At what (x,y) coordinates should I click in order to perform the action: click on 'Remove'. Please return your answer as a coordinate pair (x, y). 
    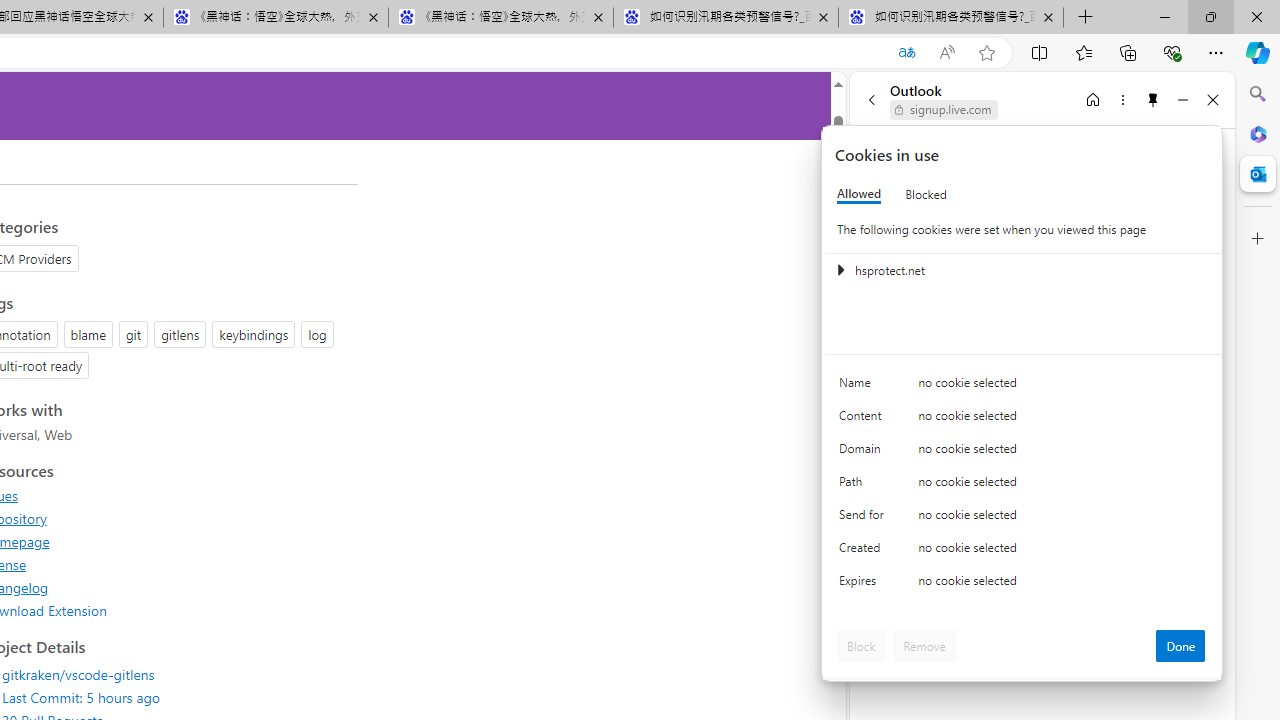
    Looking at the image, I should click on (923, 645).